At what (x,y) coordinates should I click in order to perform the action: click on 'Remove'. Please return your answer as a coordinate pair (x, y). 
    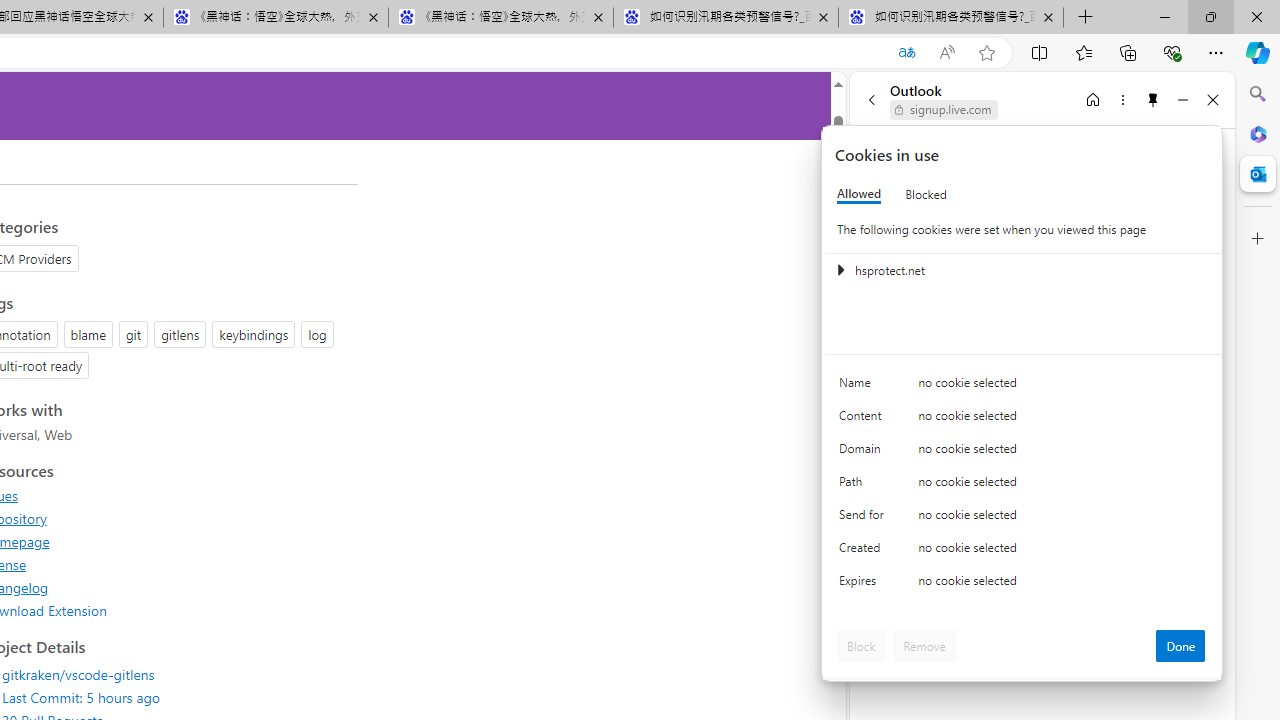
    Looking at the image, I should click on (923, 645).